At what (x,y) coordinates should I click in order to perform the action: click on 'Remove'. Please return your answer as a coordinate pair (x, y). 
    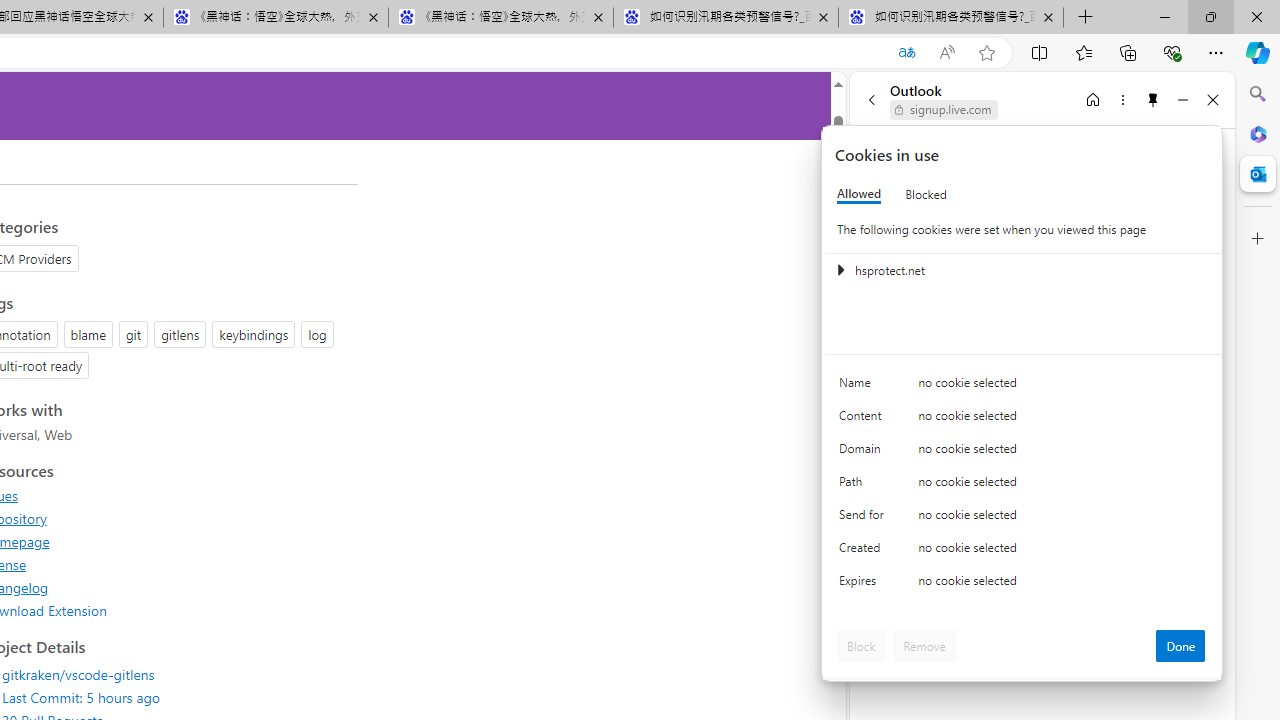
    Looking at the image, I should click on (923, 645).